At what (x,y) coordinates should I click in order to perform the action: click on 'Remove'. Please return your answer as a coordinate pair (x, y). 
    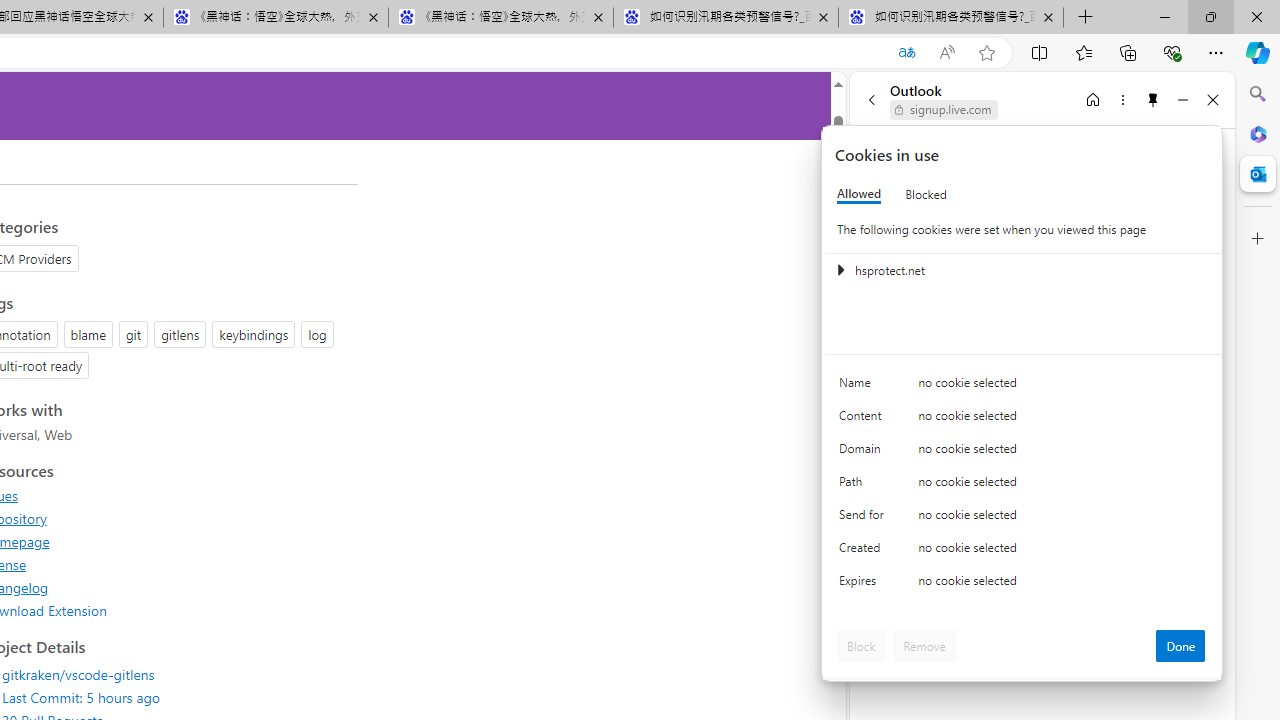
    Looking at the image, I should click on (923, 645).